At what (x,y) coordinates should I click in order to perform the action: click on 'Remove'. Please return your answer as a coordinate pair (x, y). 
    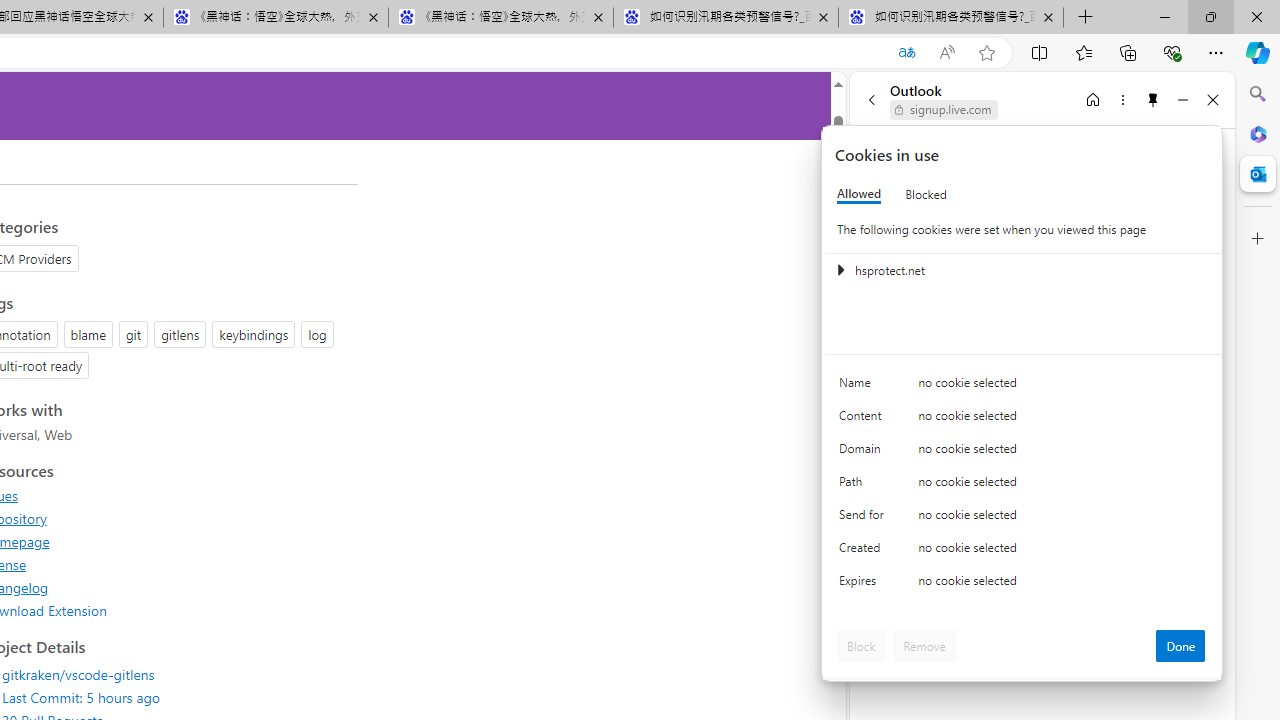
    Looking at the image, I should click on (923, 645).